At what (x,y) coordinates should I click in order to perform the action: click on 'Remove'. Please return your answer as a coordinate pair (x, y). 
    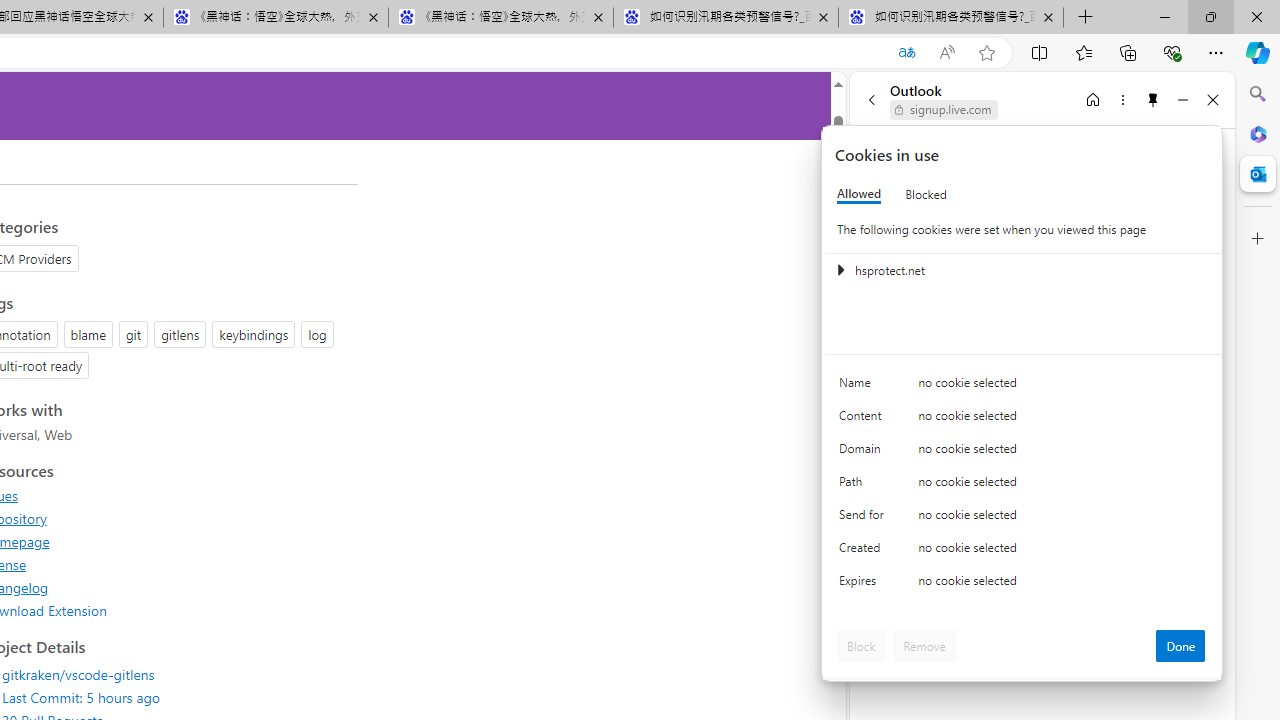
    Looking at the image, I should click on (923, 645).